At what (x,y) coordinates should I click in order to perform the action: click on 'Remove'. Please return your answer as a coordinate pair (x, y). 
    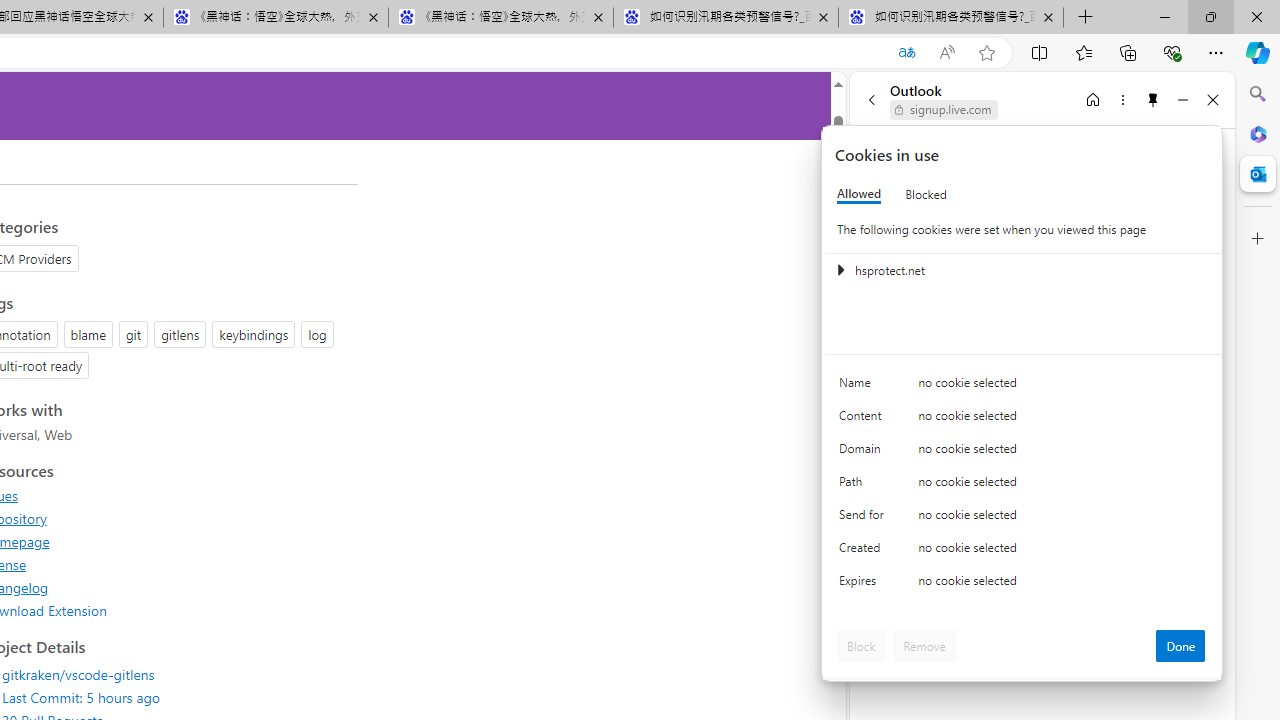
    Looking at the image, I should click on (923, 645).